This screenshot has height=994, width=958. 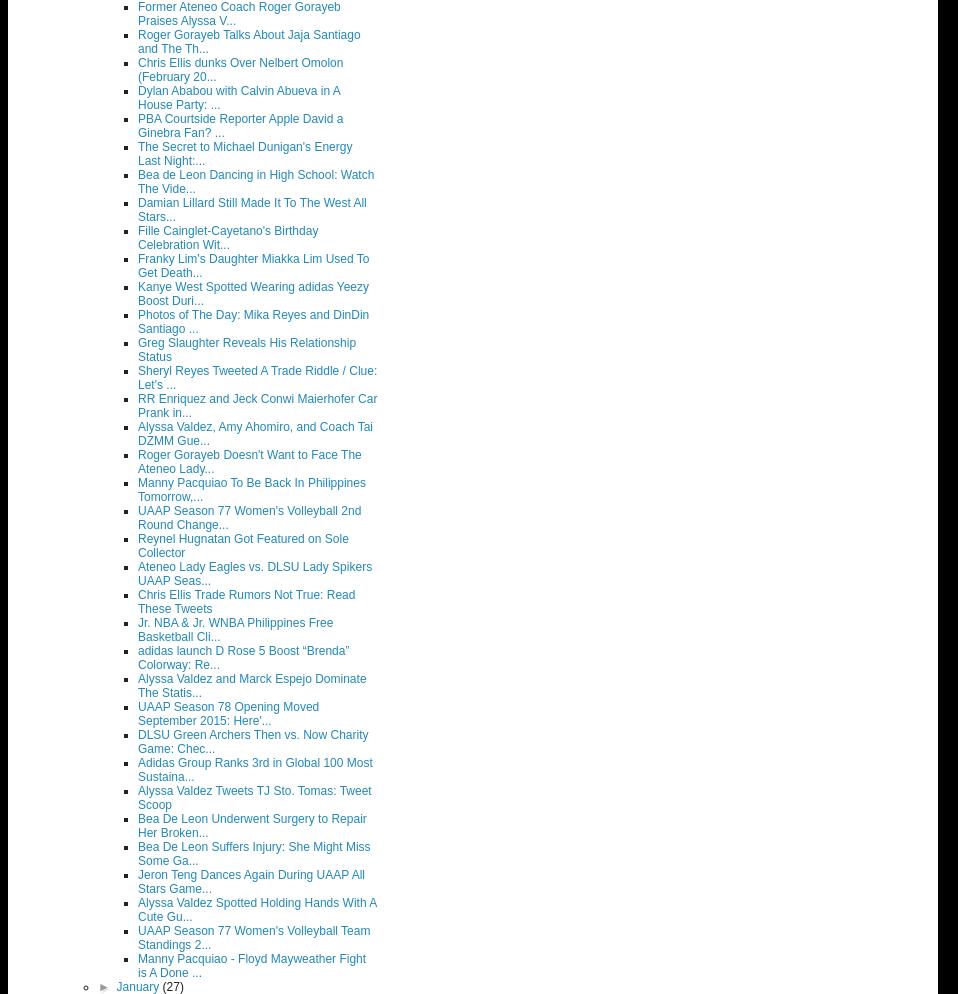 I want to click on 'Alyssa Valdez Tweets TJ Sto. Tomas: Tweet Scoop', so click(x=254, y=797).